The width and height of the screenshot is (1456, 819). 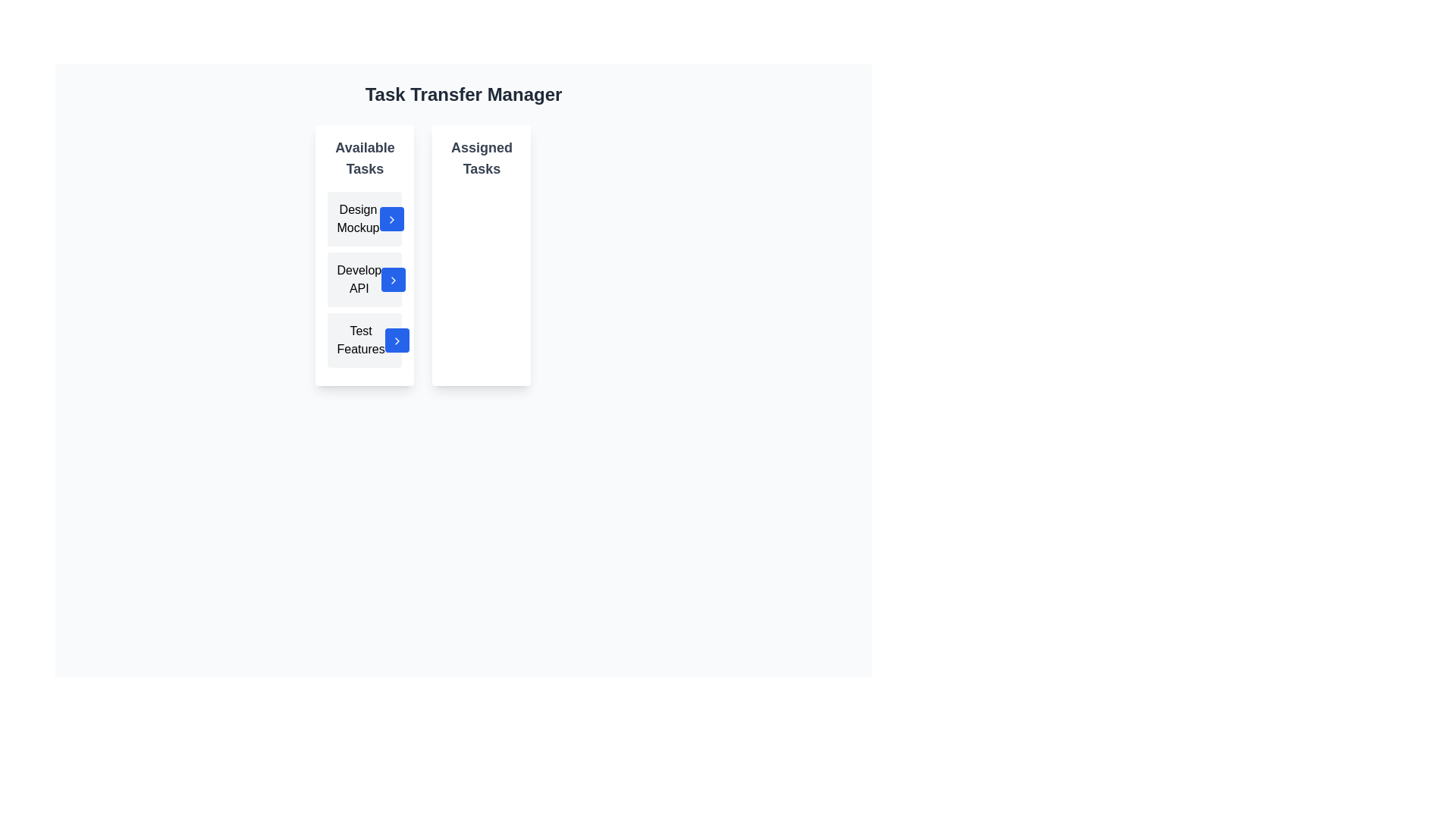 What do you see at coordinates (365, 280) in the screenshot?
I see `the 'Develop API' button` at bounding box center [365, 280].